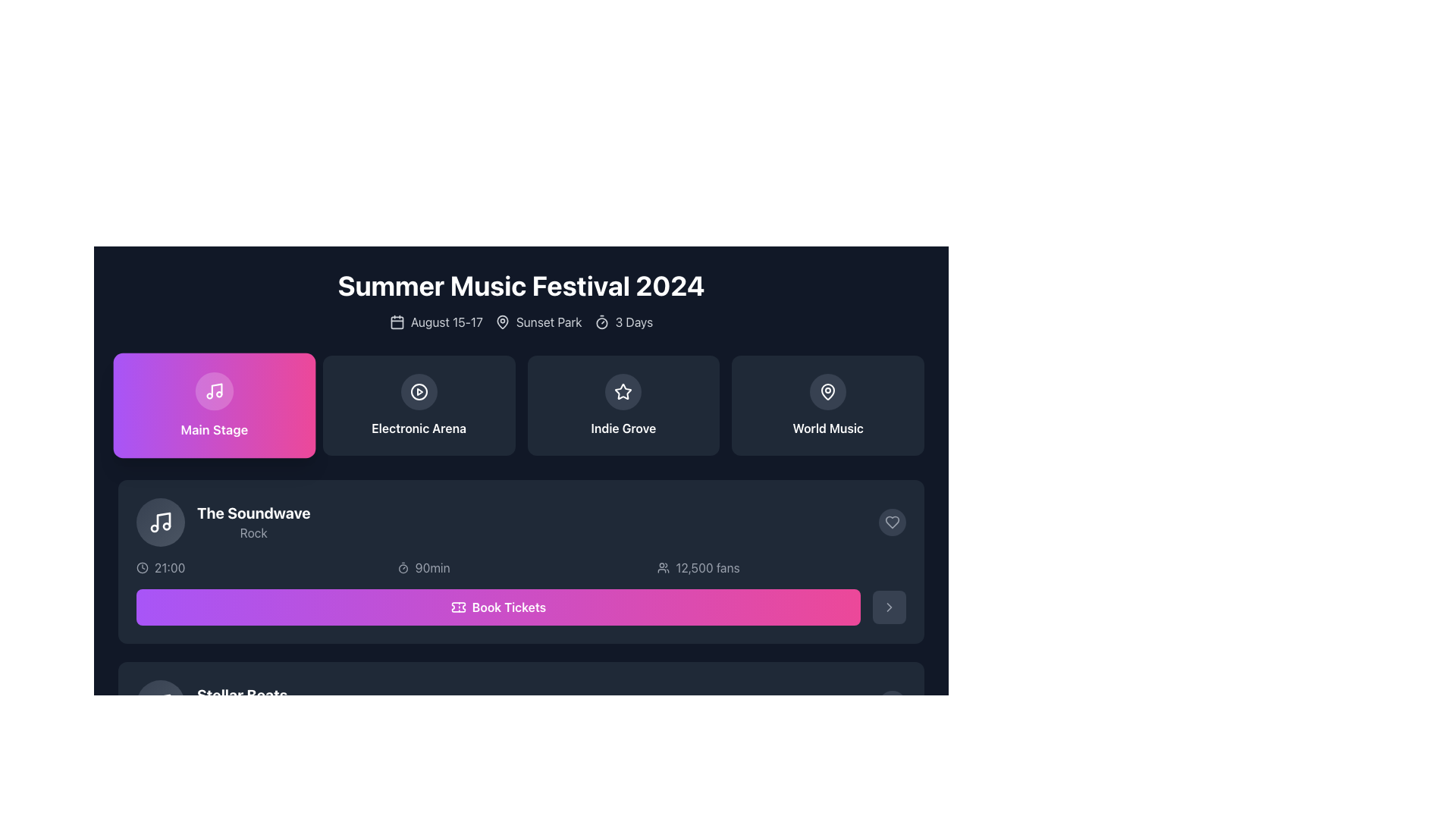  Describe the element at coordinates (403, 567) in the screenshot. I see `the timer icon located in the upper-left section next to the text '90min'` at that location.